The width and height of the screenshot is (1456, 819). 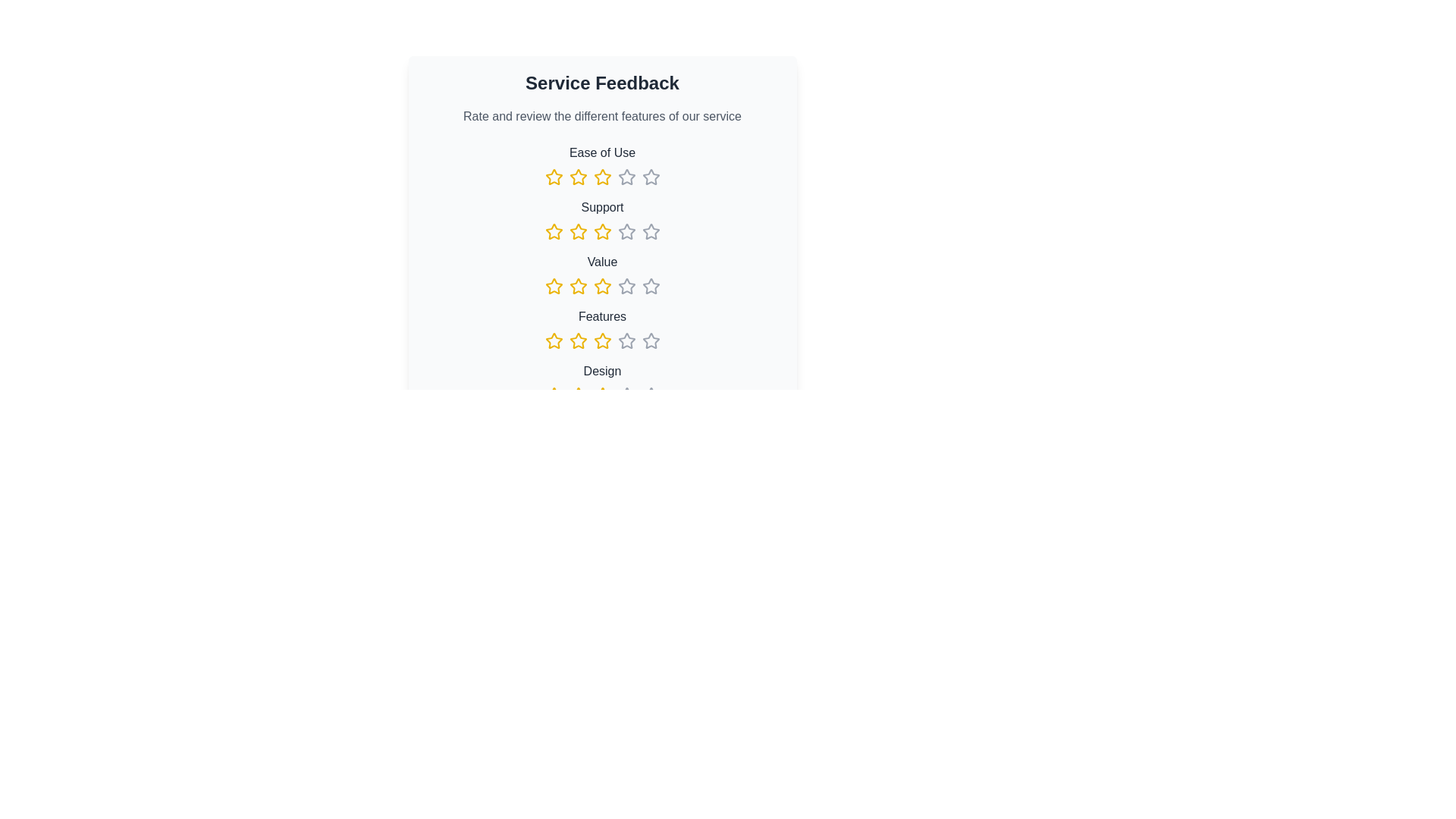 I want to click on the second yellow star icon in the 'Ease of Use' rating section, so click(x=577, y=176).